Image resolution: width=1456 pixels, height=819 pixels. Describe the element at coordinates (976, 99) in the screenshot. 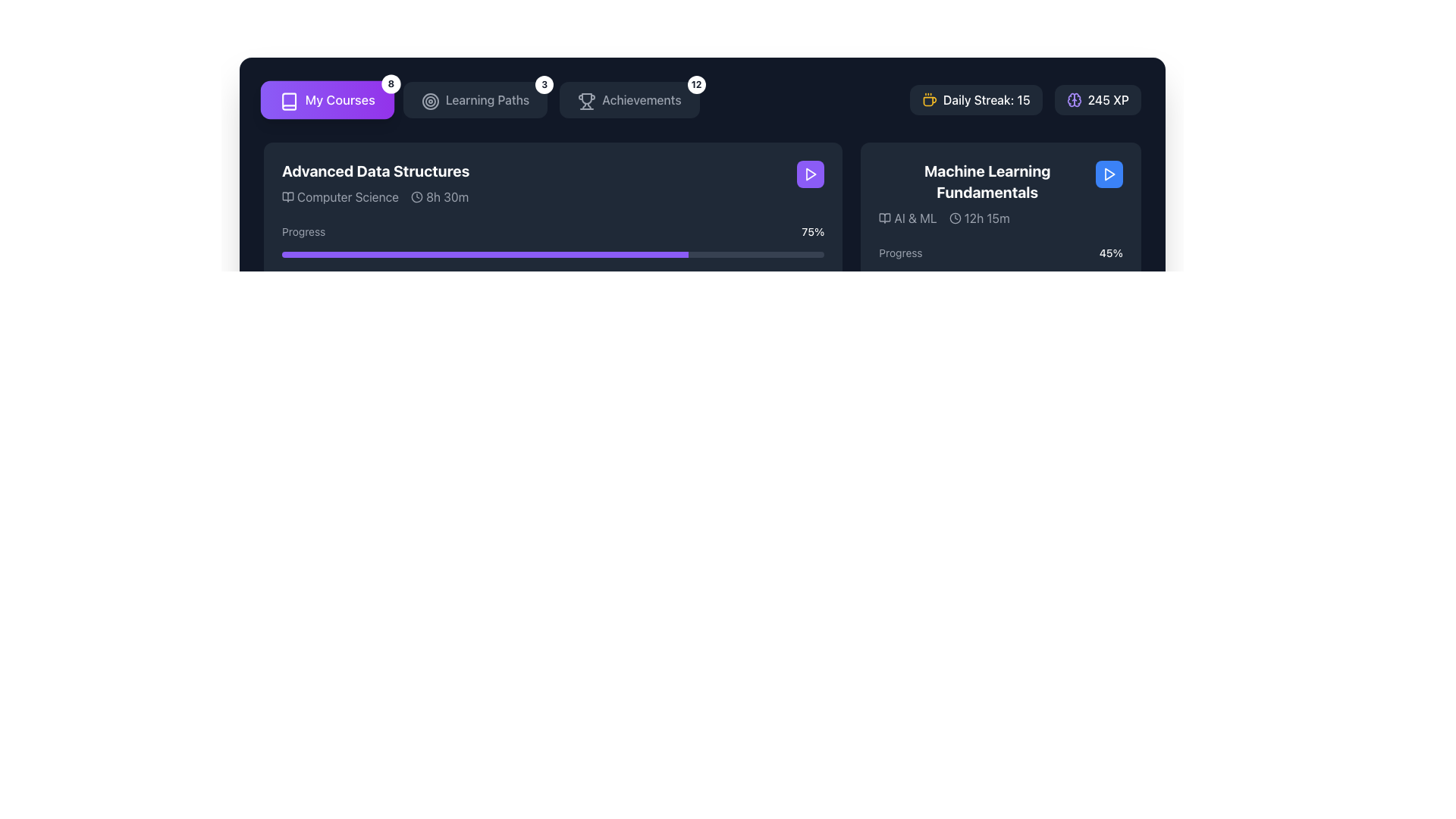

I see `the informational label with the amber coffee cup icon and the text 'Daily Streak: 15' located at the top-right corner of the interface` at that location.